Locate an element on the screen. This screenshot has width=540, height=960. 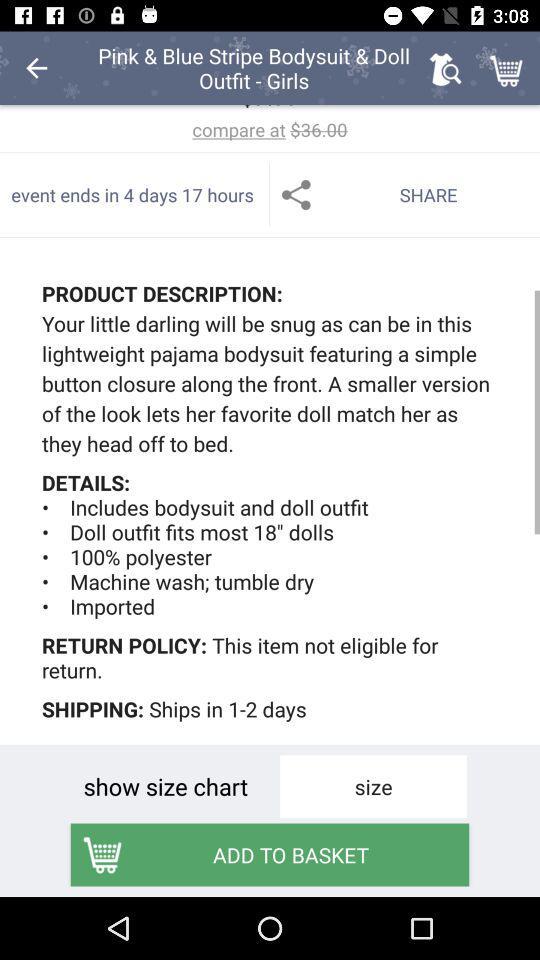
the item to the left of the pink blue stripe is located at coordinates (36, 68).